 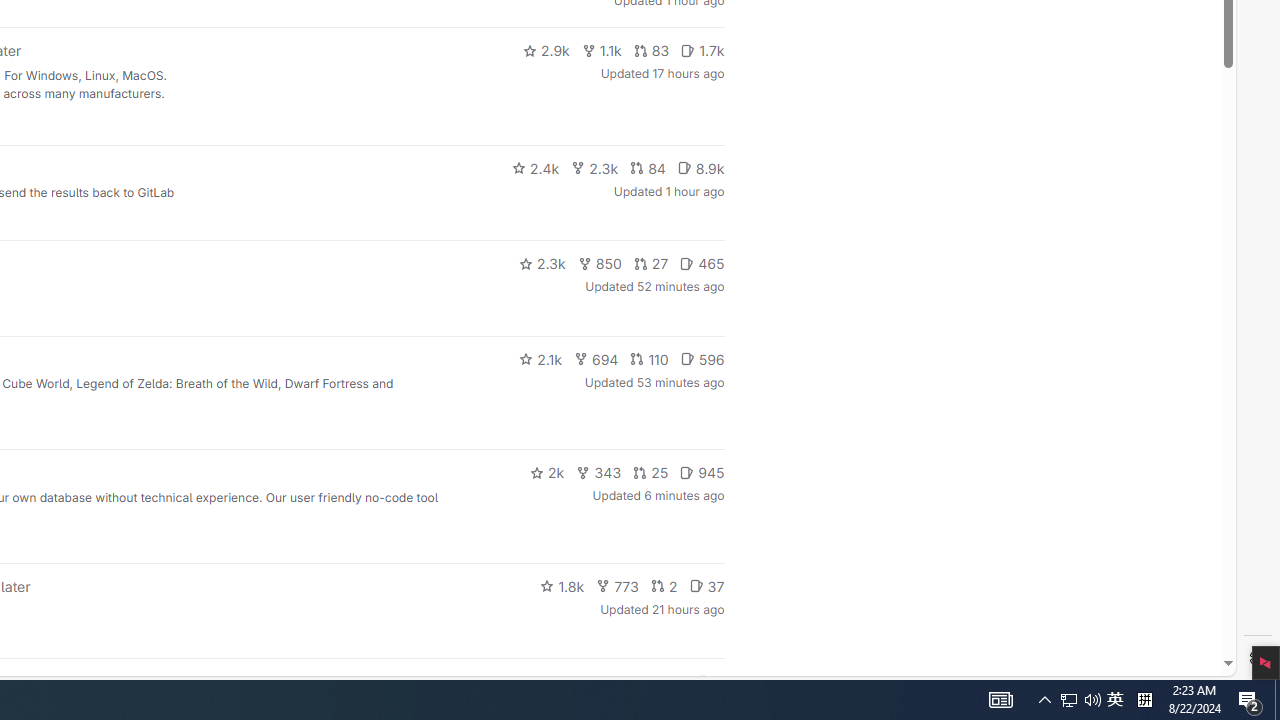 I want to click on '110', so click(x=649, y=357).